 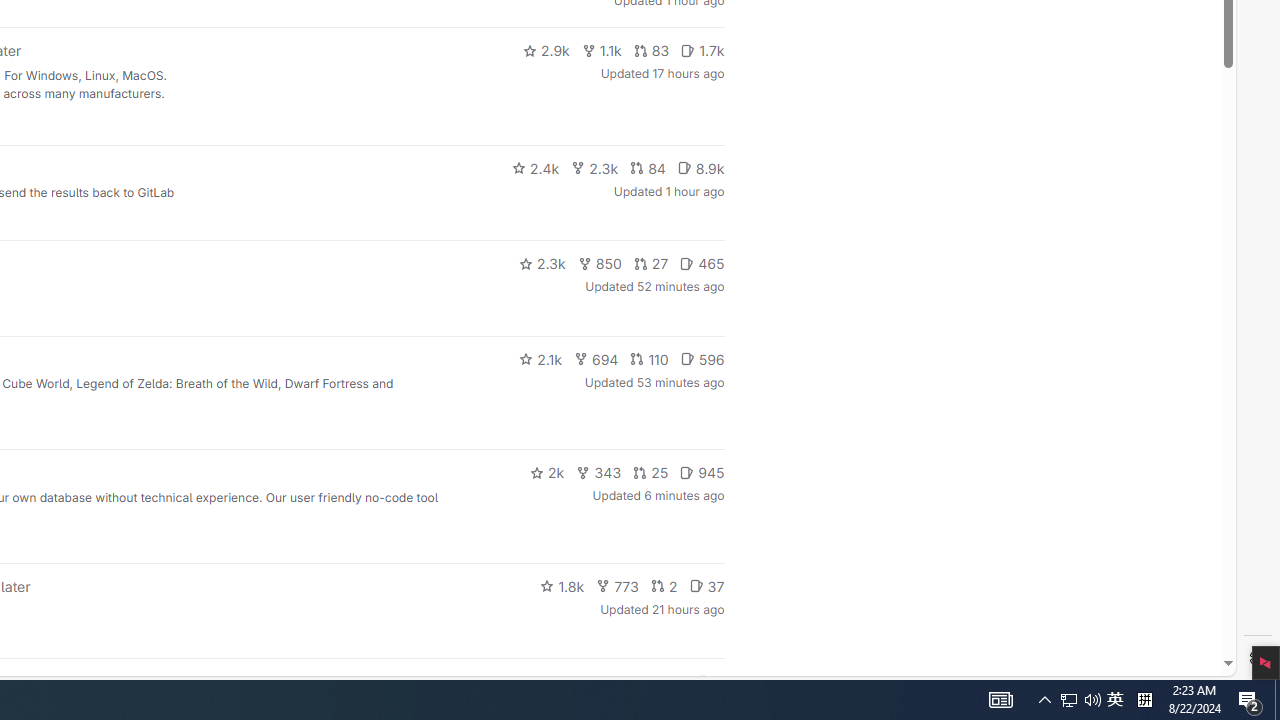 I want to click on '110', so click(x=649, y=357).